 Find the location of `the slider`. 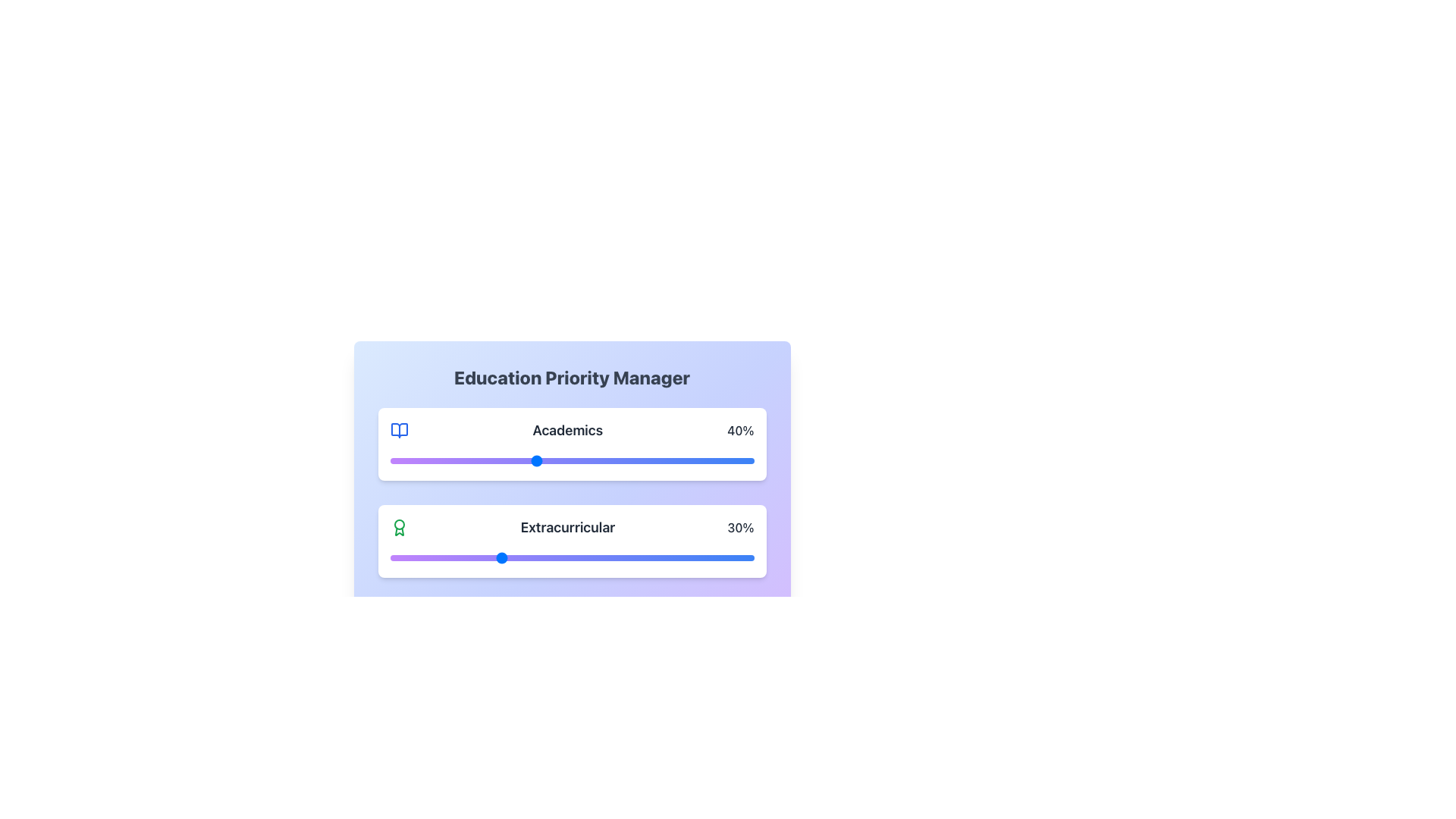

the slider is located at coordinates (728, 558).